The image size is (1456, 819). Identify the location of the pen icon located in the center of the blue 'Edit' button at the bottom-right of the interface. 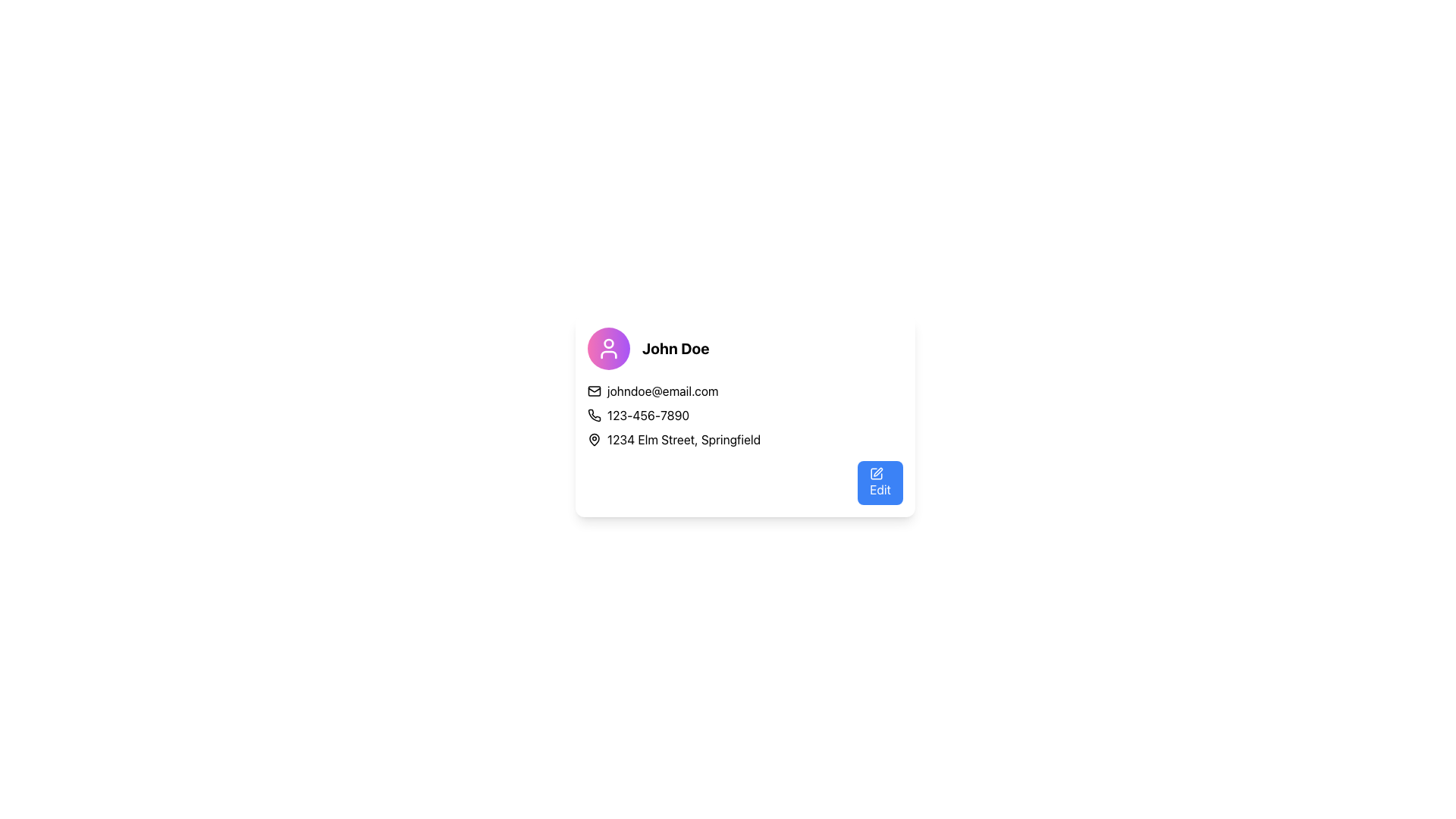
(878, 471).